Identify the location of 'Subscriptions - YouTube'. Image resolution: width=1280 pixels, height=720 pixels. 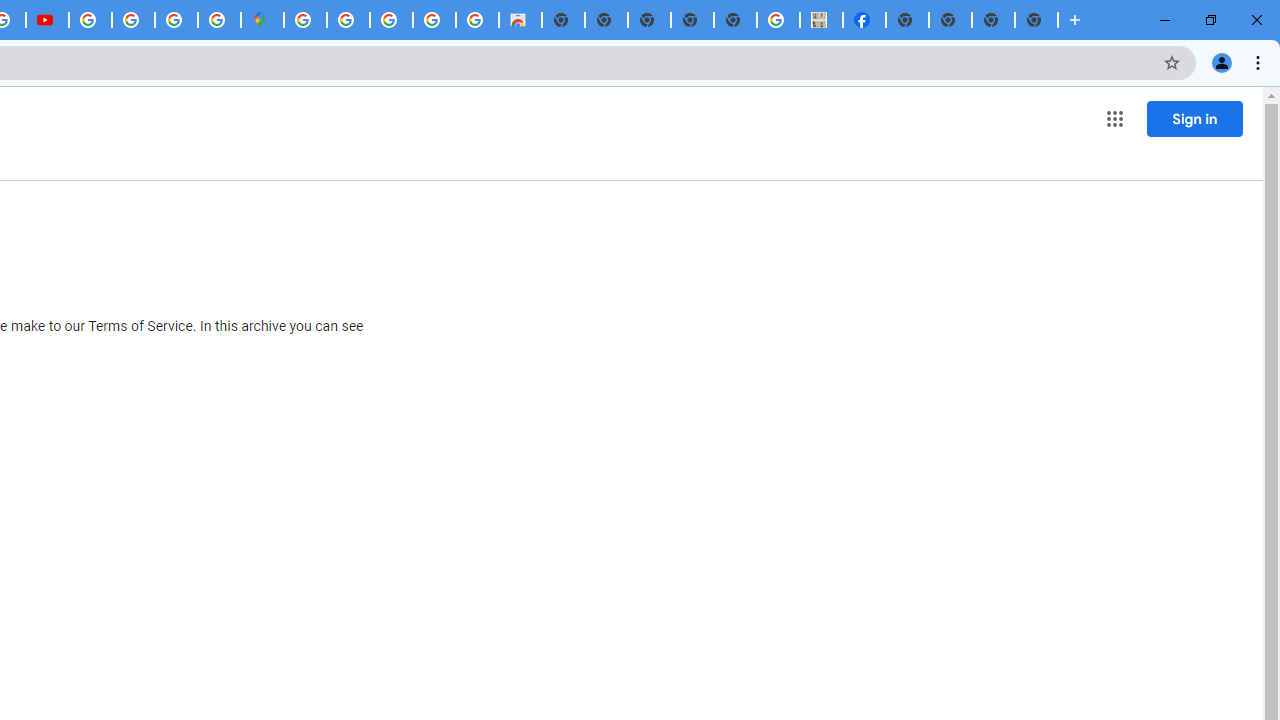
(47, 20).